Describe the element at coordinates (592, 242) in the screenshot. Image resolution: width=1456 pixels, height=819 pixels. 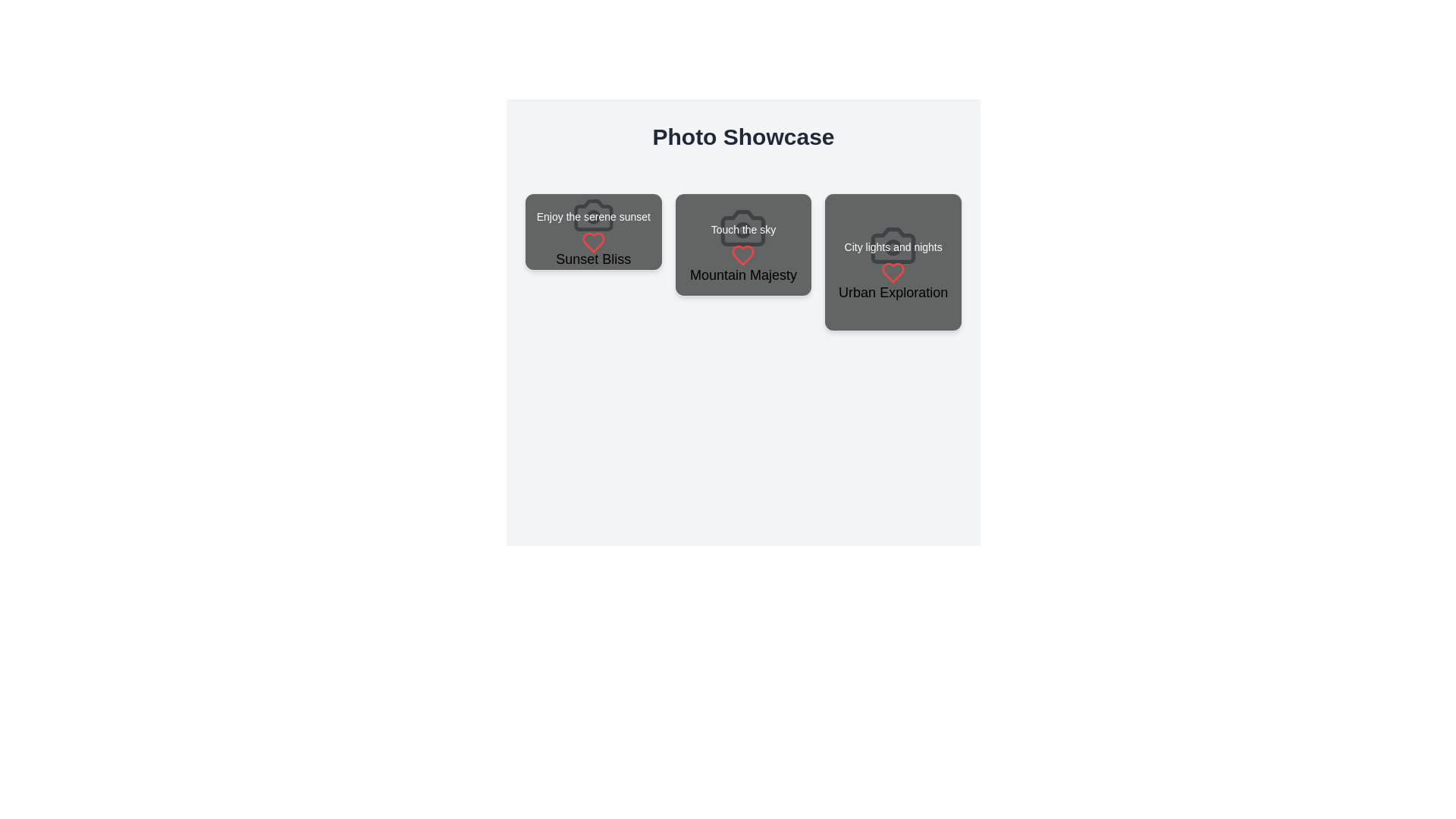
I see `the heart icon representing the 'like' or 'favorite' function on the first card labeled 'Sunset Bliss' in the top-left area of the interface` at that location.